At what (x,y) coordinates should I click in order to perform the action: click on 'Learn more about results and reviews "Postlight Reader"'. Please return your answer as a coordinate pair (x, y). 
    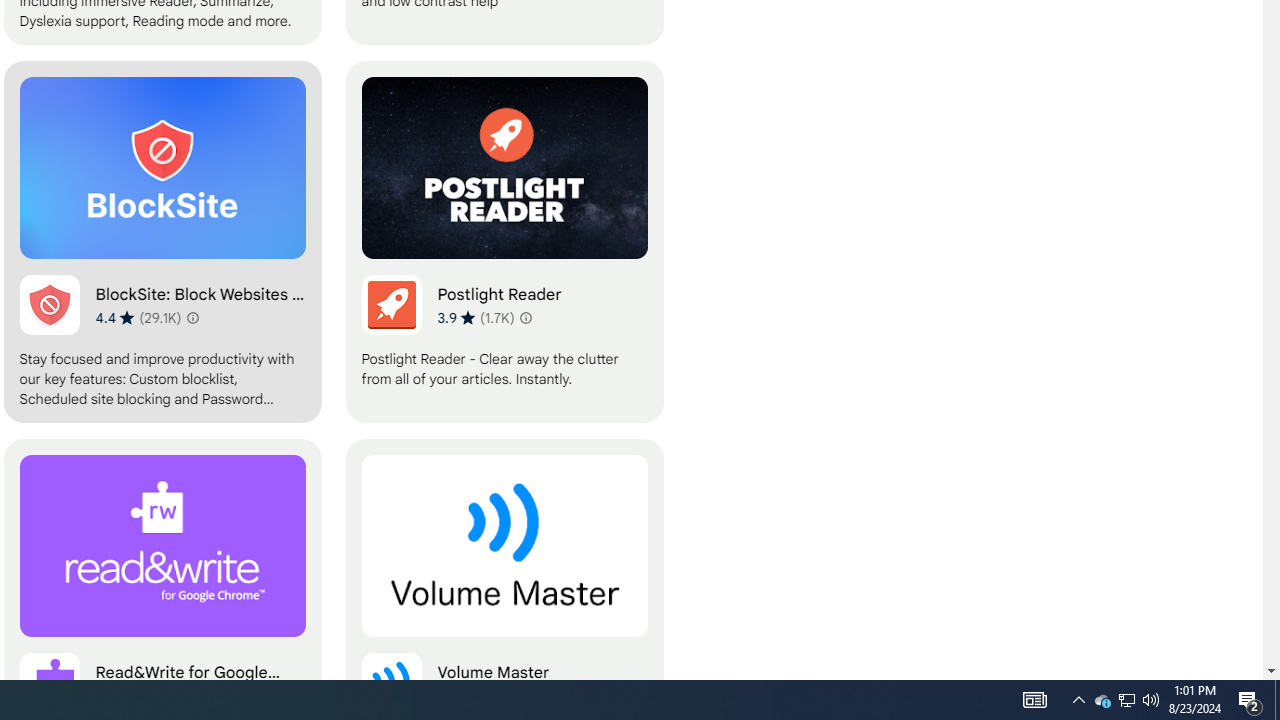
    Looking at the image, I should click on (526, 316).